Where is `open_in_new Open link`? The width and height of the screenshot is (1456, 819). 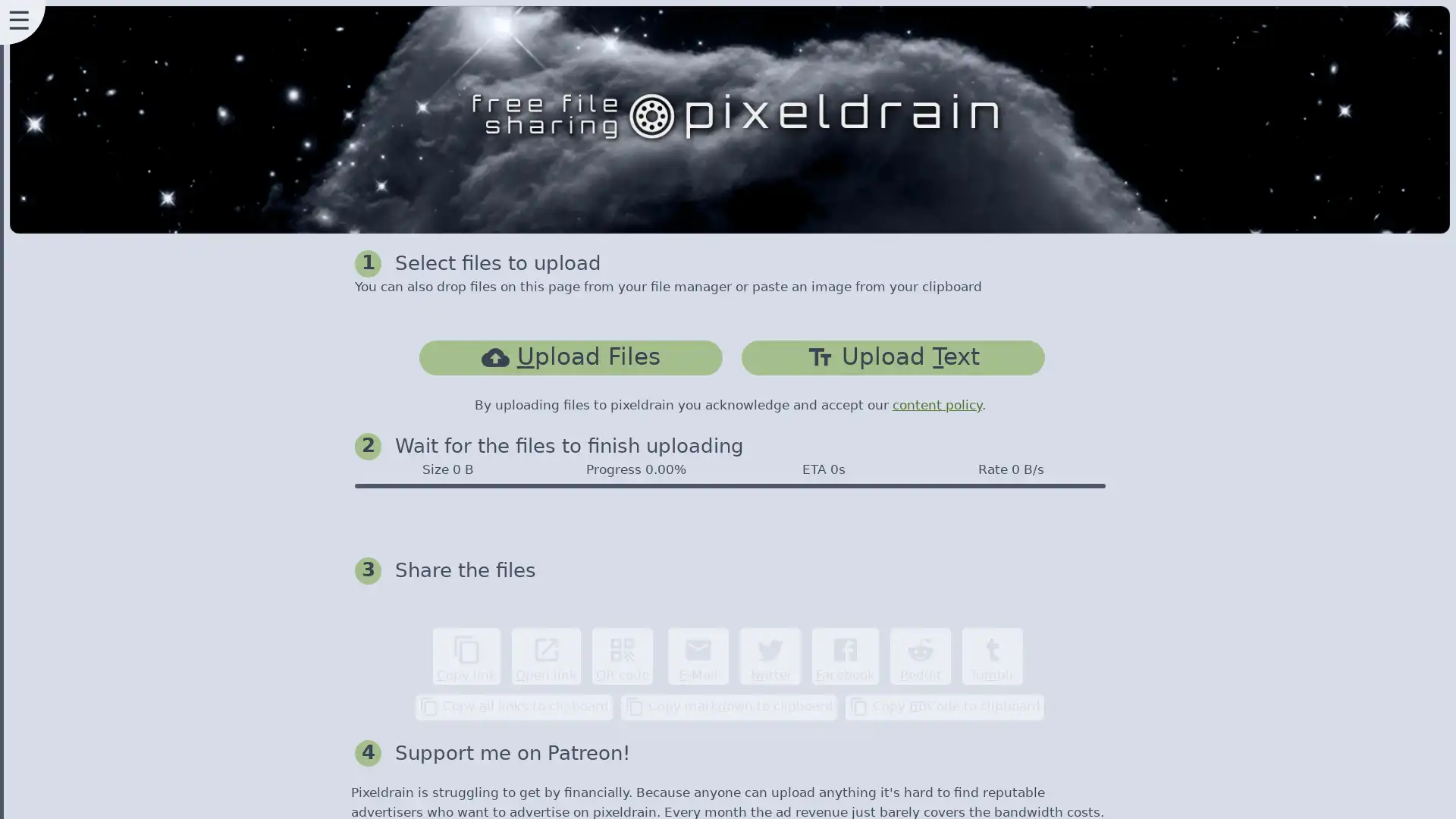
open_in_new Open link is located at coordinates (654, 655).